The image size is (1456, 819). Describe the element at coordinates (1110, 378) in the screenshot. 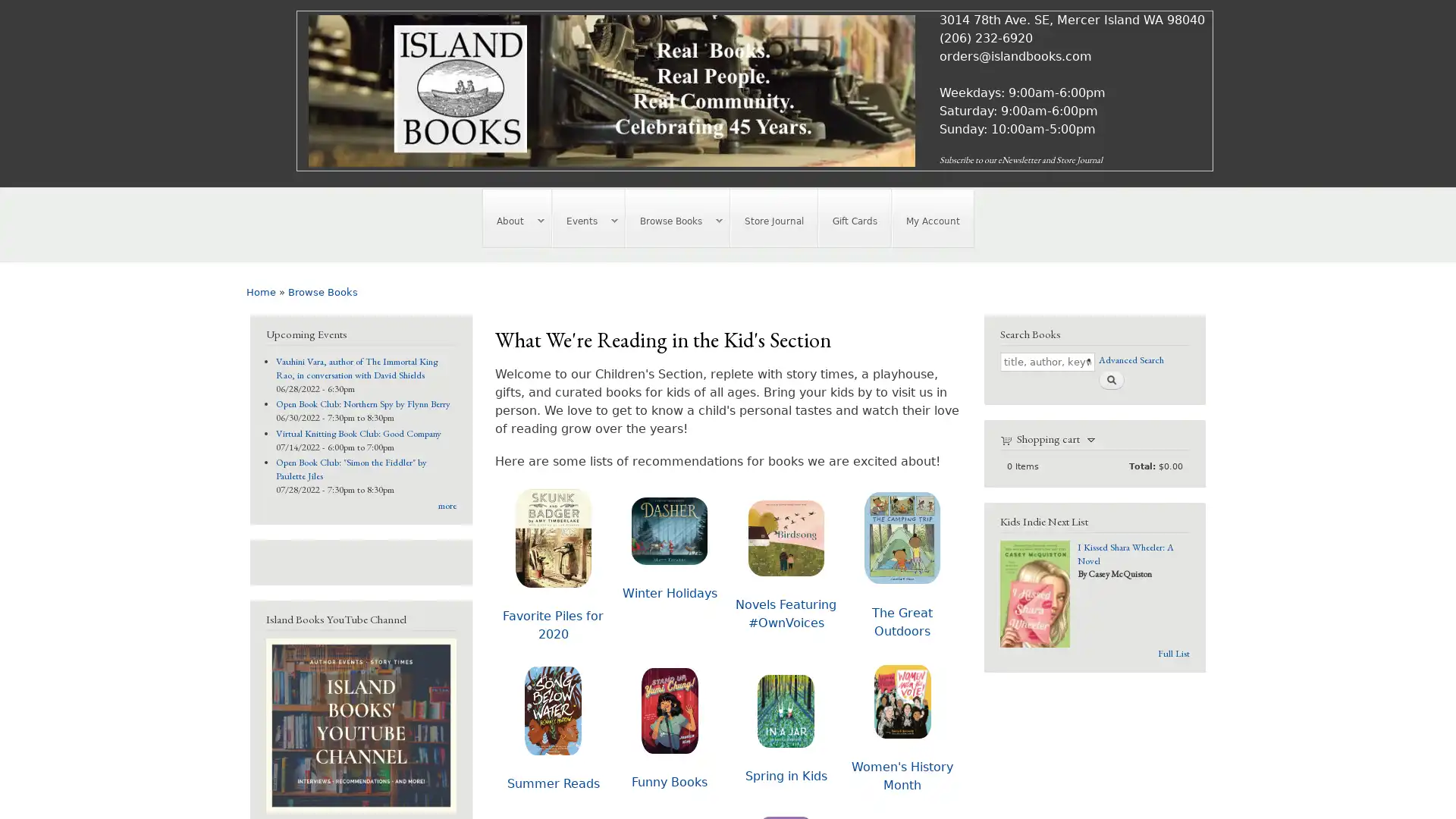

I see `Search` at that location.